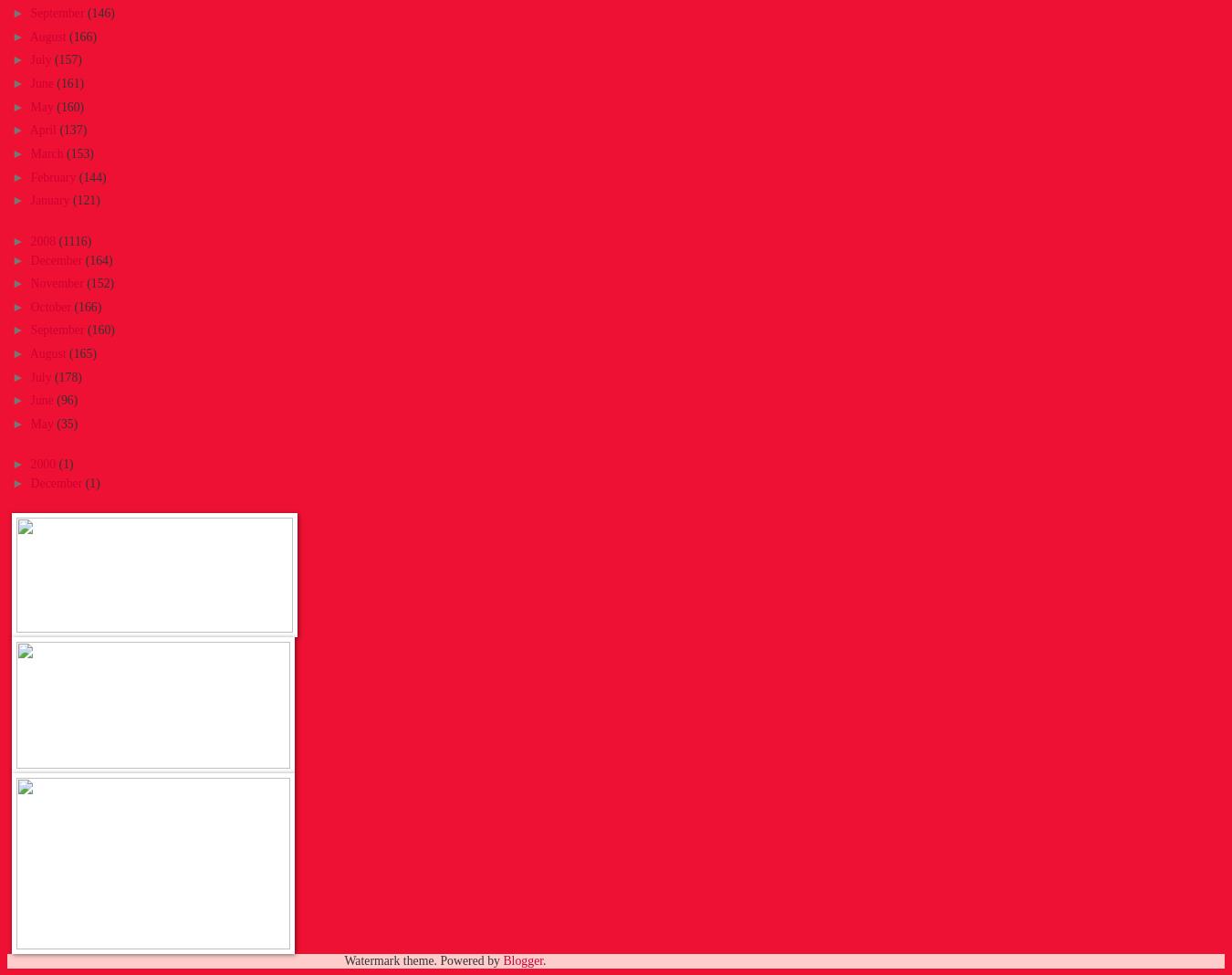  I want to click on 'October', so click(50, 305).